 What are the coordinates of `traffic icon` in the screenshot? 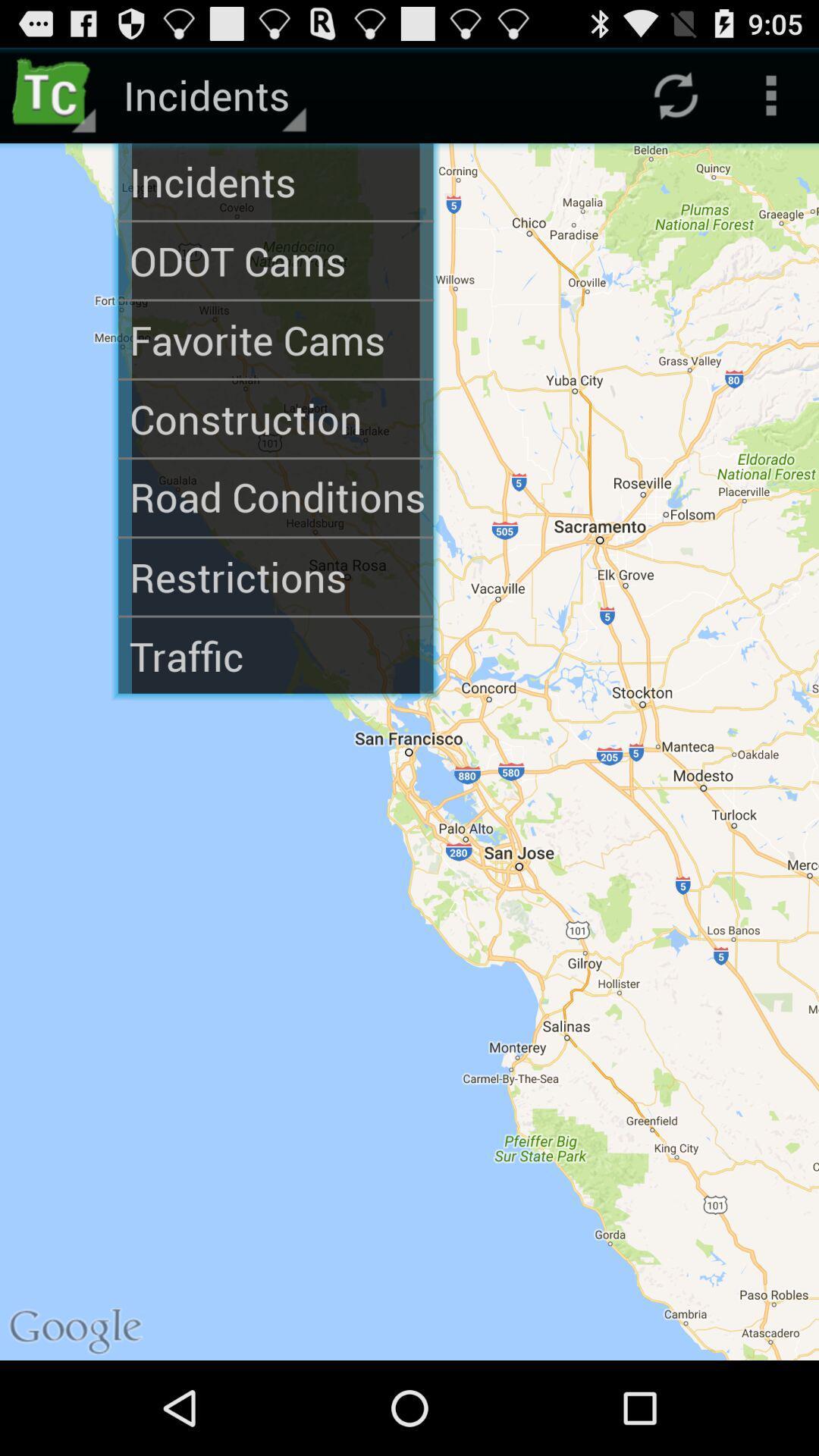 It's located at (275, 656).